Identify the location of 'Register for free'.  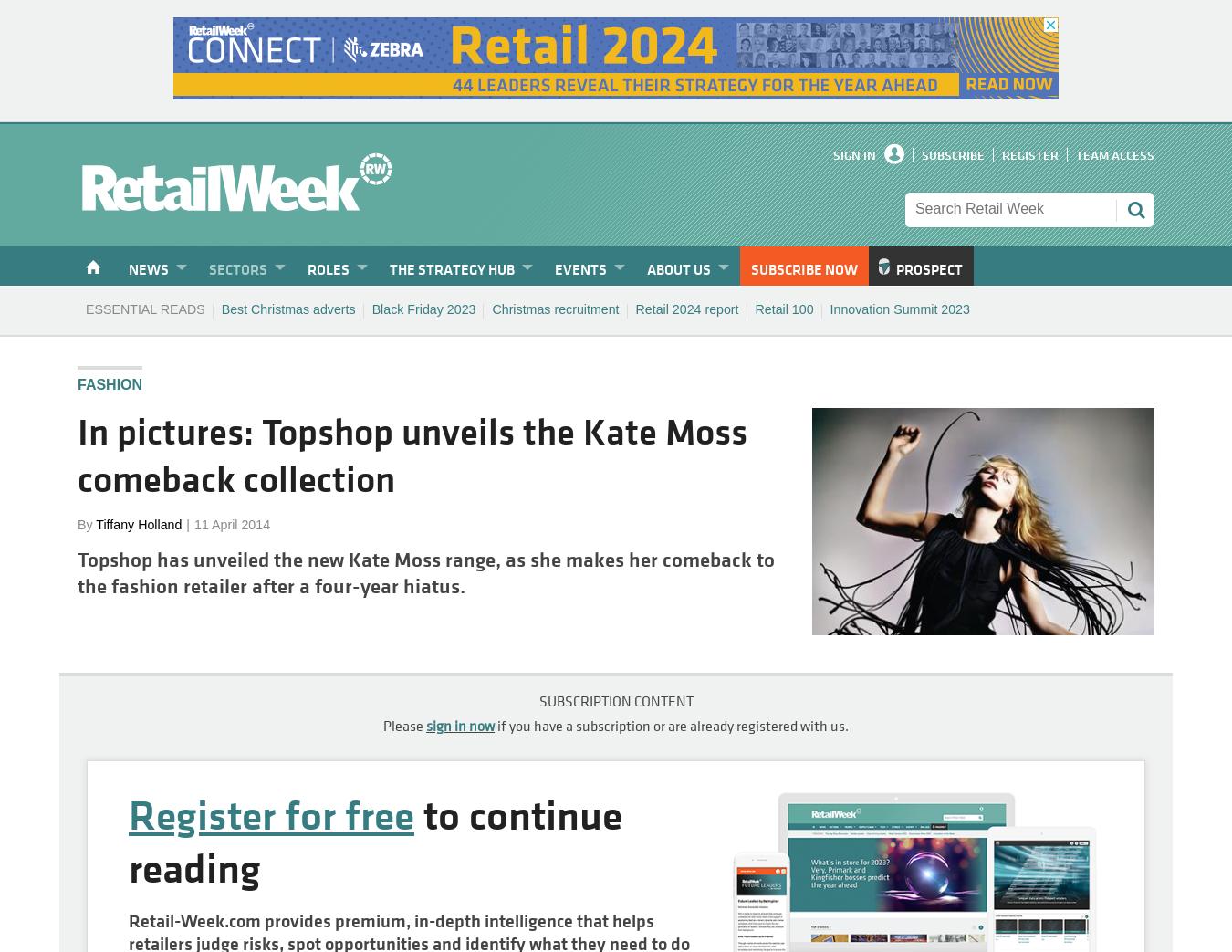
(270, 813).